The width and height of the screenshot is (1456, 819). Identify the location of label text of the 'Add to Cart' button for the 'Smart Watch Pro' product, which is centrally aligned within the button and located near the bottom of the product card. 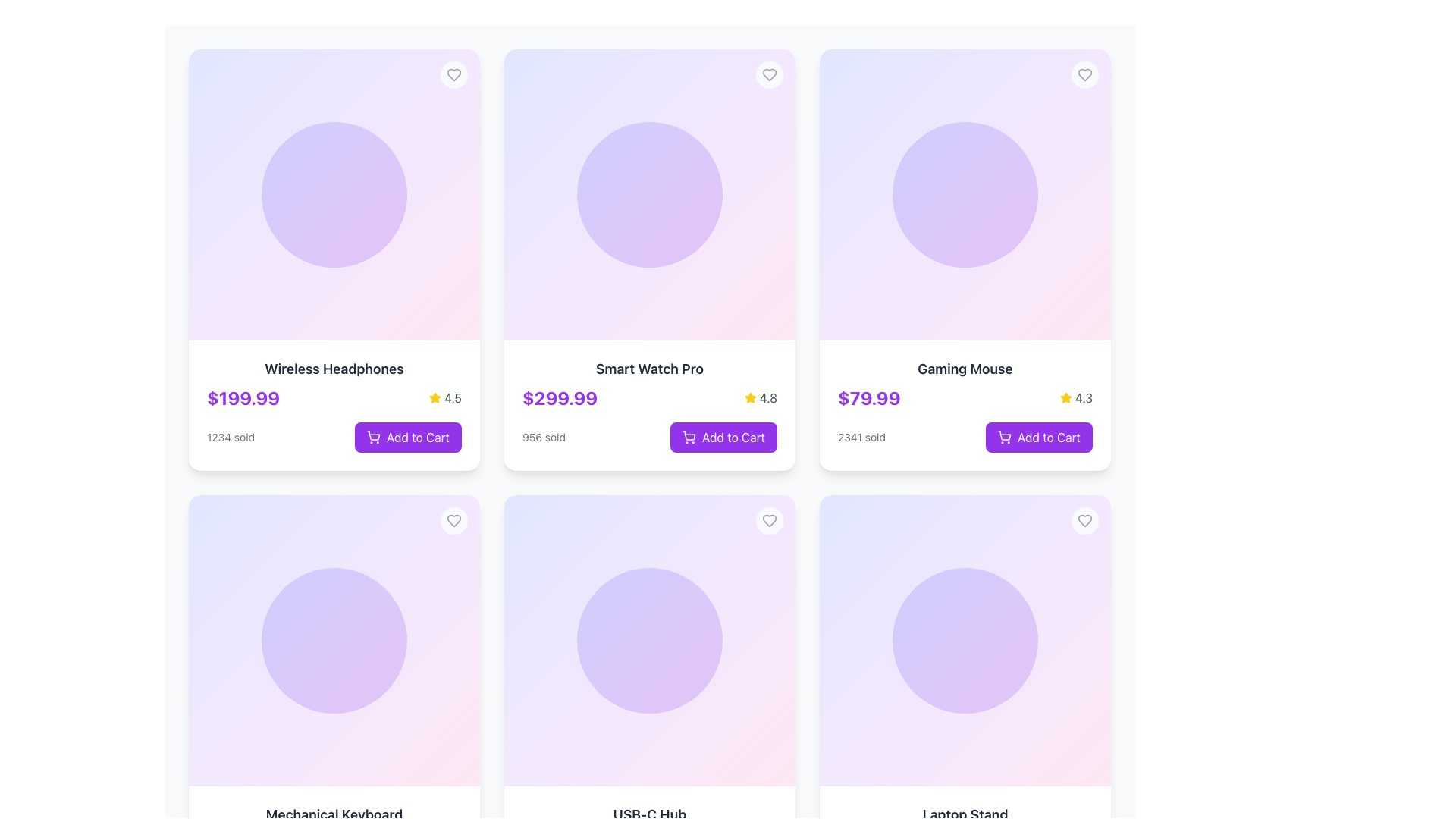
(733, 438).